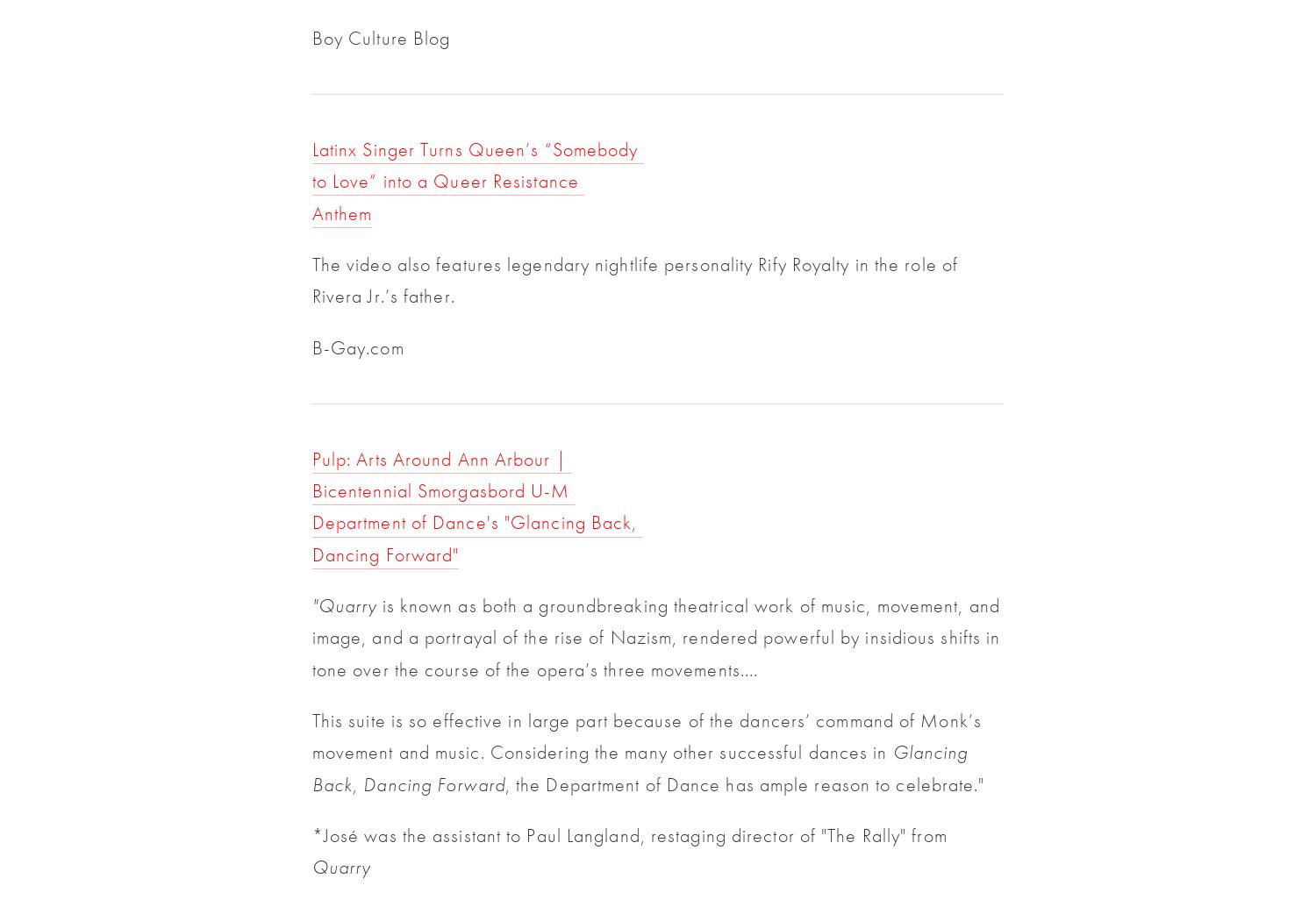 This screenshot has height=900, width=1316. I want to click on ', the Department of Dance has ample reason to celebrate."', so click(743, 782).